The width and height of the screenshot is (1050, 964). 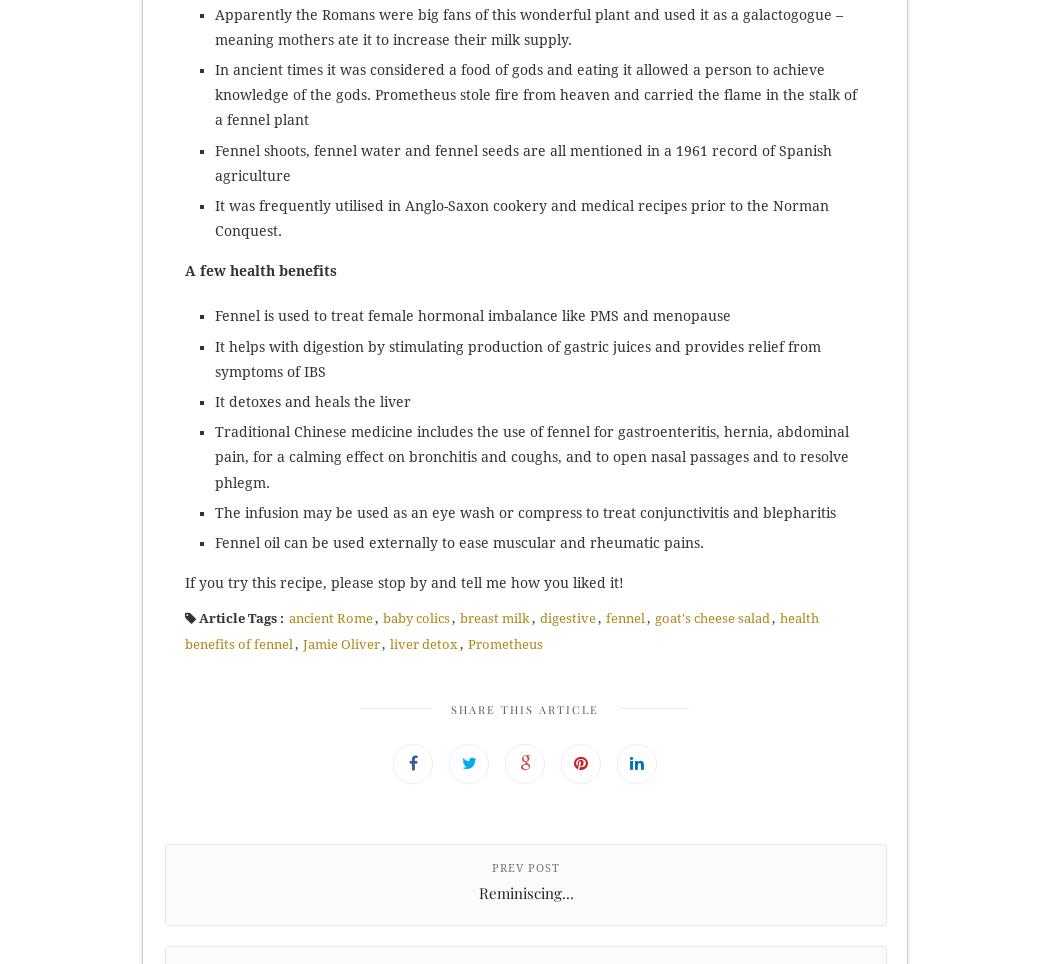 What do you see at coordinates (525, 510) in the screenshot?
I see `'The infusion may be used as an eye wash or compress to treat conjunctivitis and blepharitis'` at bounding box center [525, 510].